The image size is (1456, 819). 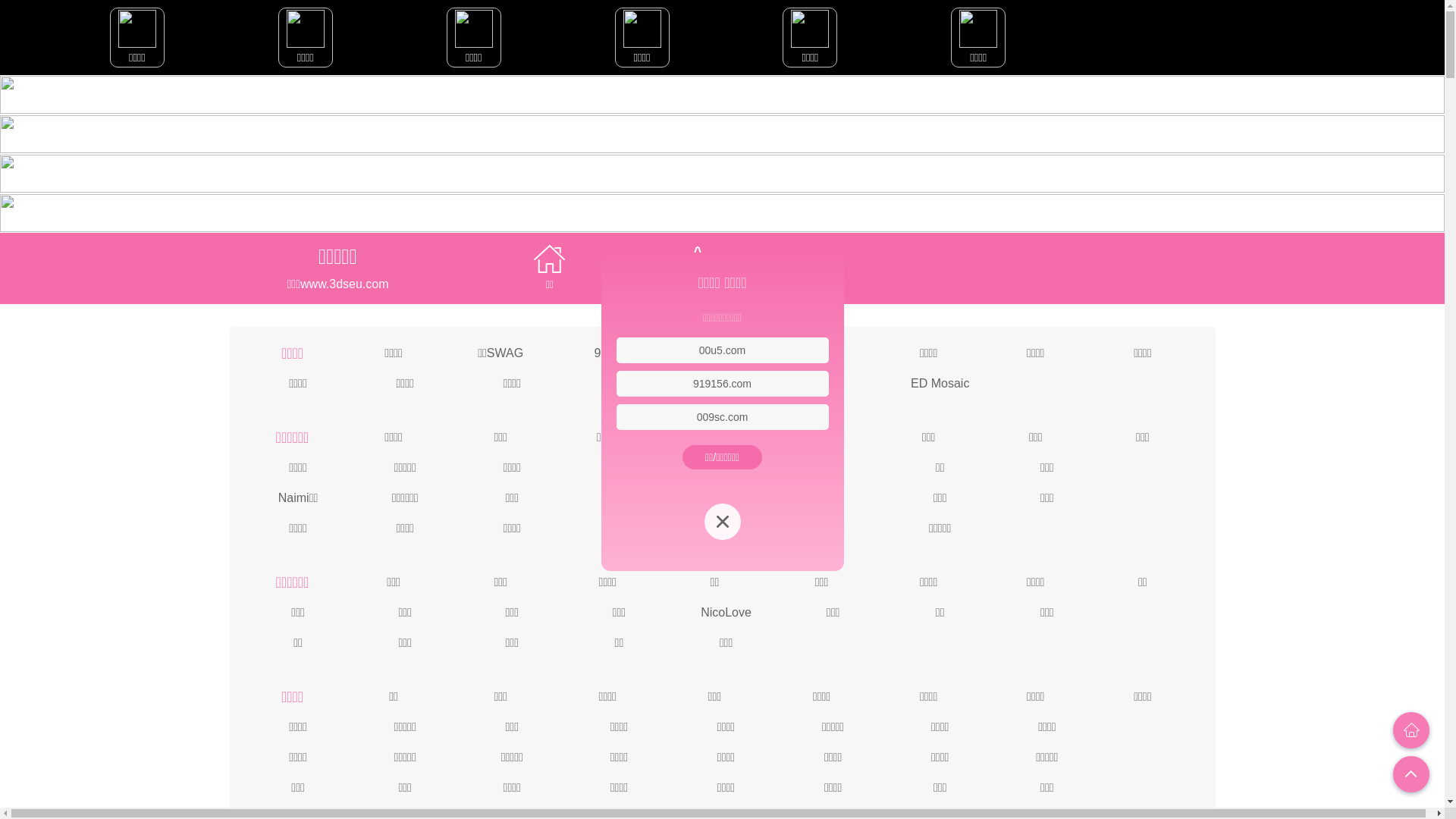 I want to click on '919156.com', so click(x=721, y=382).